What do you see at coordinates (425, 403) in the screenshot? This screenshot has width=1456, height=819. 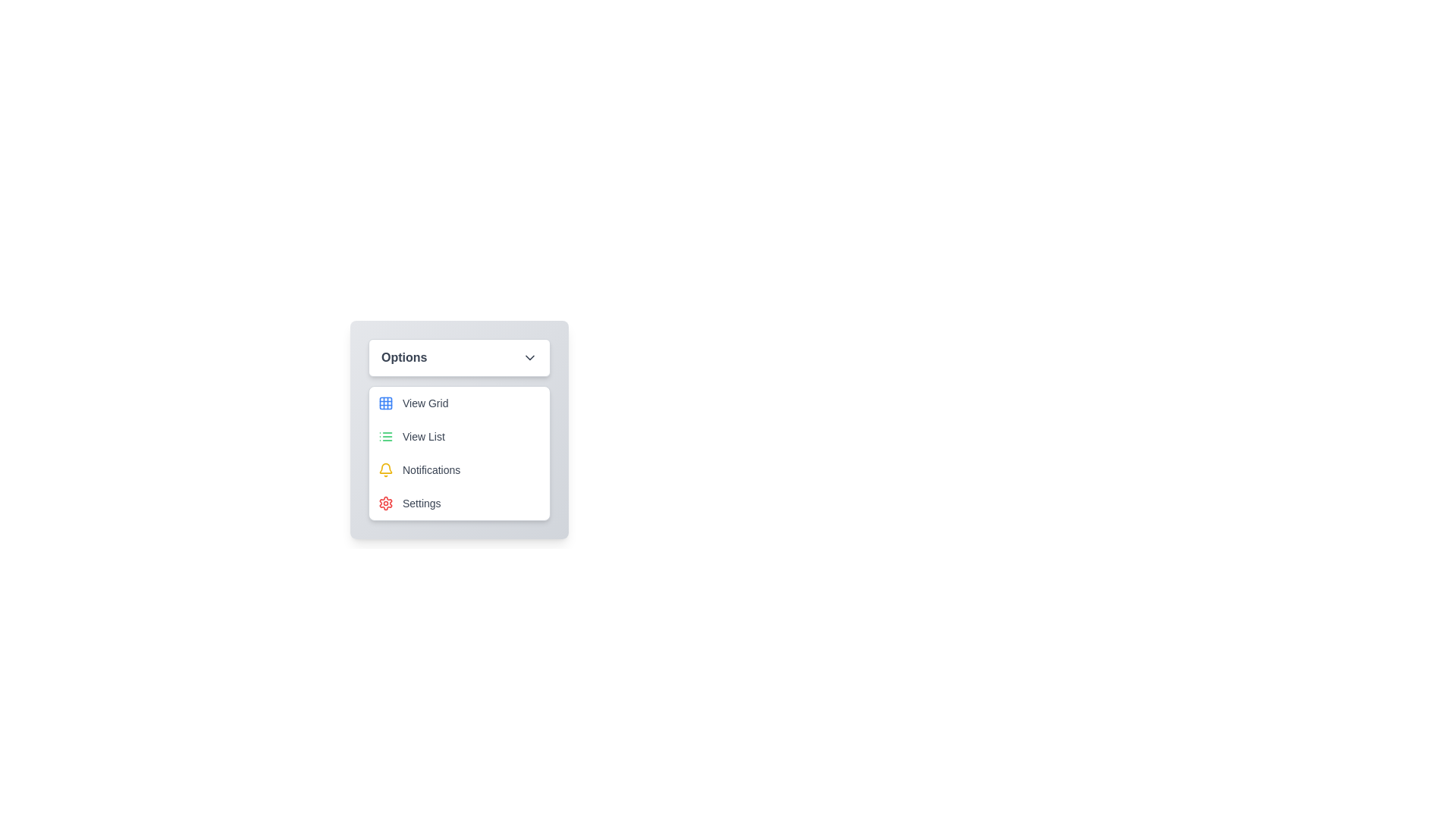 I see `label 'View Grid' from the dropdown menu under the 'Options' button, which is styled with a smaller font size and medium weight, colored in gray` at bounding box center [425, 403].